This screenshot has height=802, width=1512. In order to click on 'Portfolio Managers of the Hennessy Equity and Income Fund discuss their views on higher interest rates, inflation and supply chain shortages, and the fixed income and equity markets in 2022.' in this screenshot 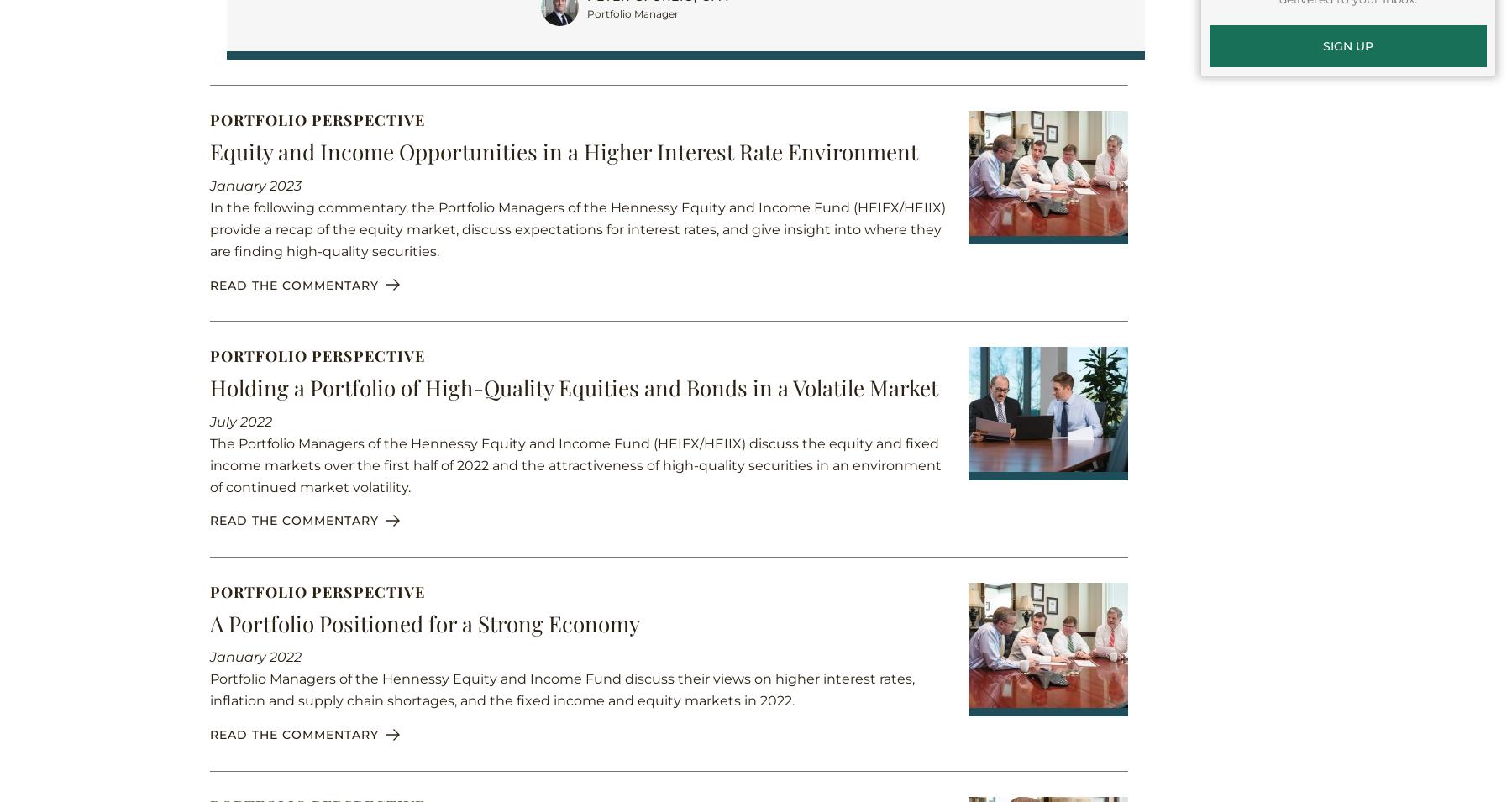, I will do `click(209, 689)`.